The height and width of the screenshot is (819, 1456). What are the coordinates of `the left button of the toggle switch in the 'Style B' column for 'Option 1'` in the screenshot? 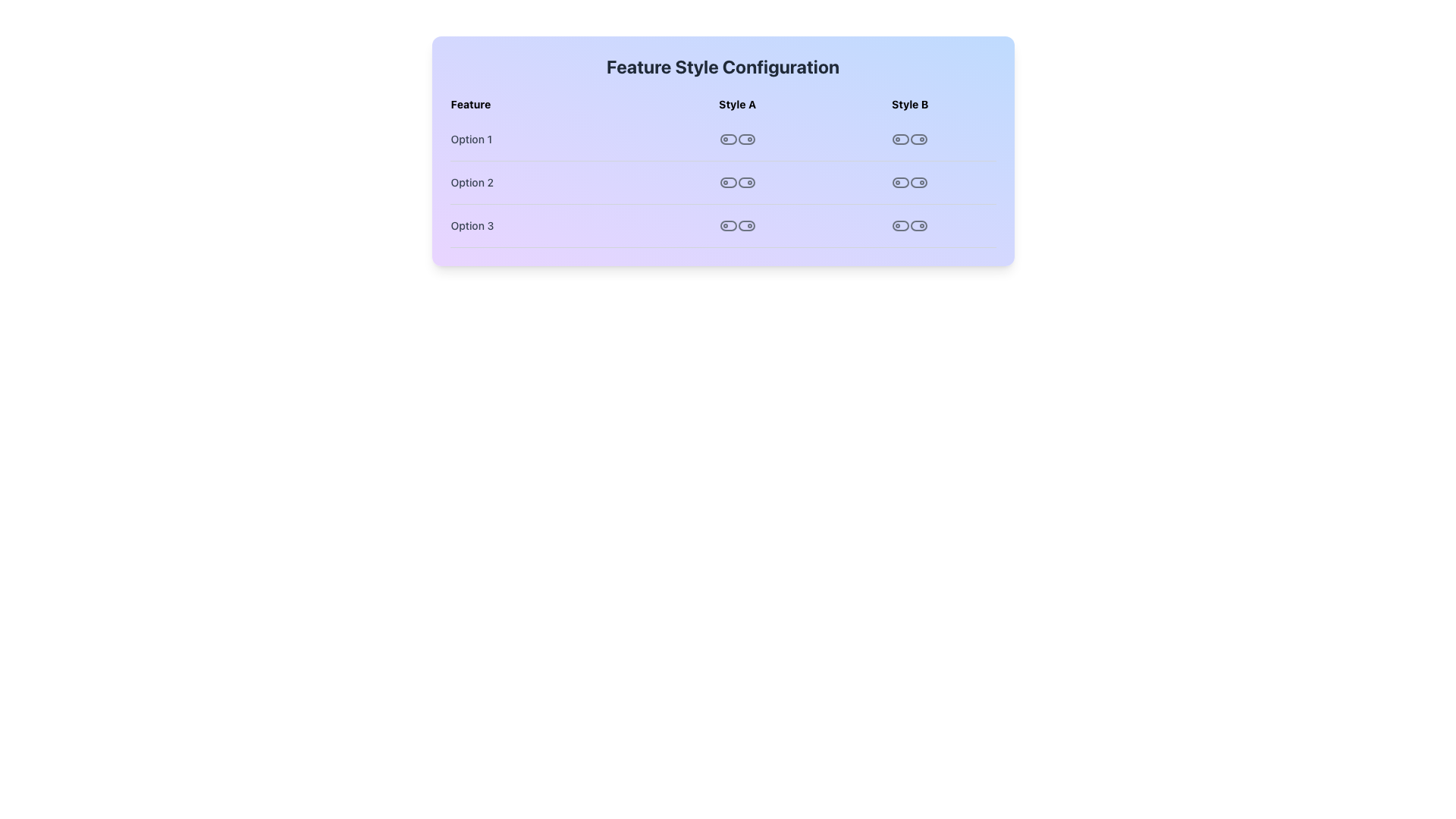 It's located at (910, 140).